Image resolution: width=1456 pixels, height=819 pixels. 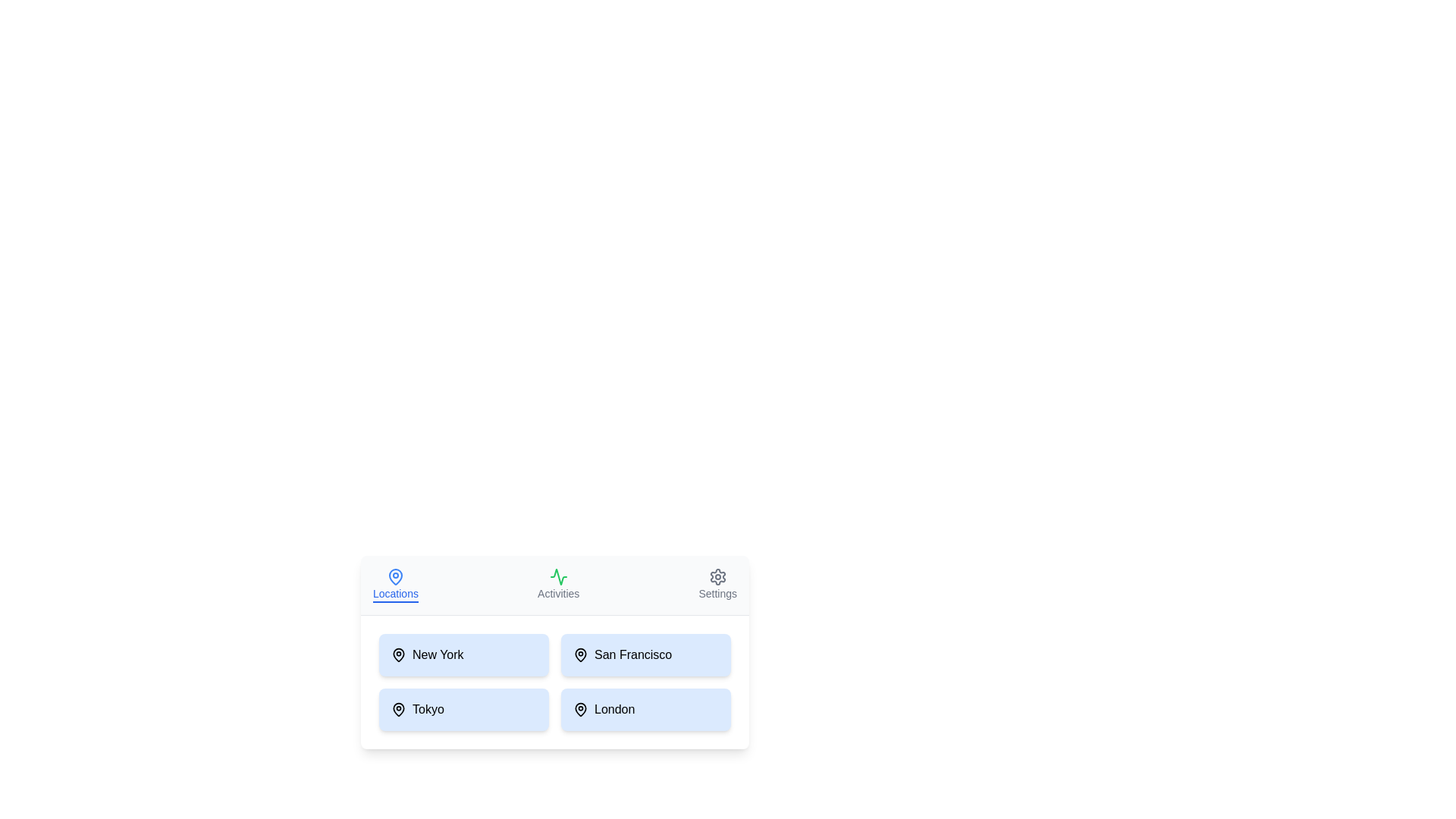 What do you see at coordinates (395, 584) in the screenshot?
I see `the tab titled Locations` at bounding box center [395, 584].